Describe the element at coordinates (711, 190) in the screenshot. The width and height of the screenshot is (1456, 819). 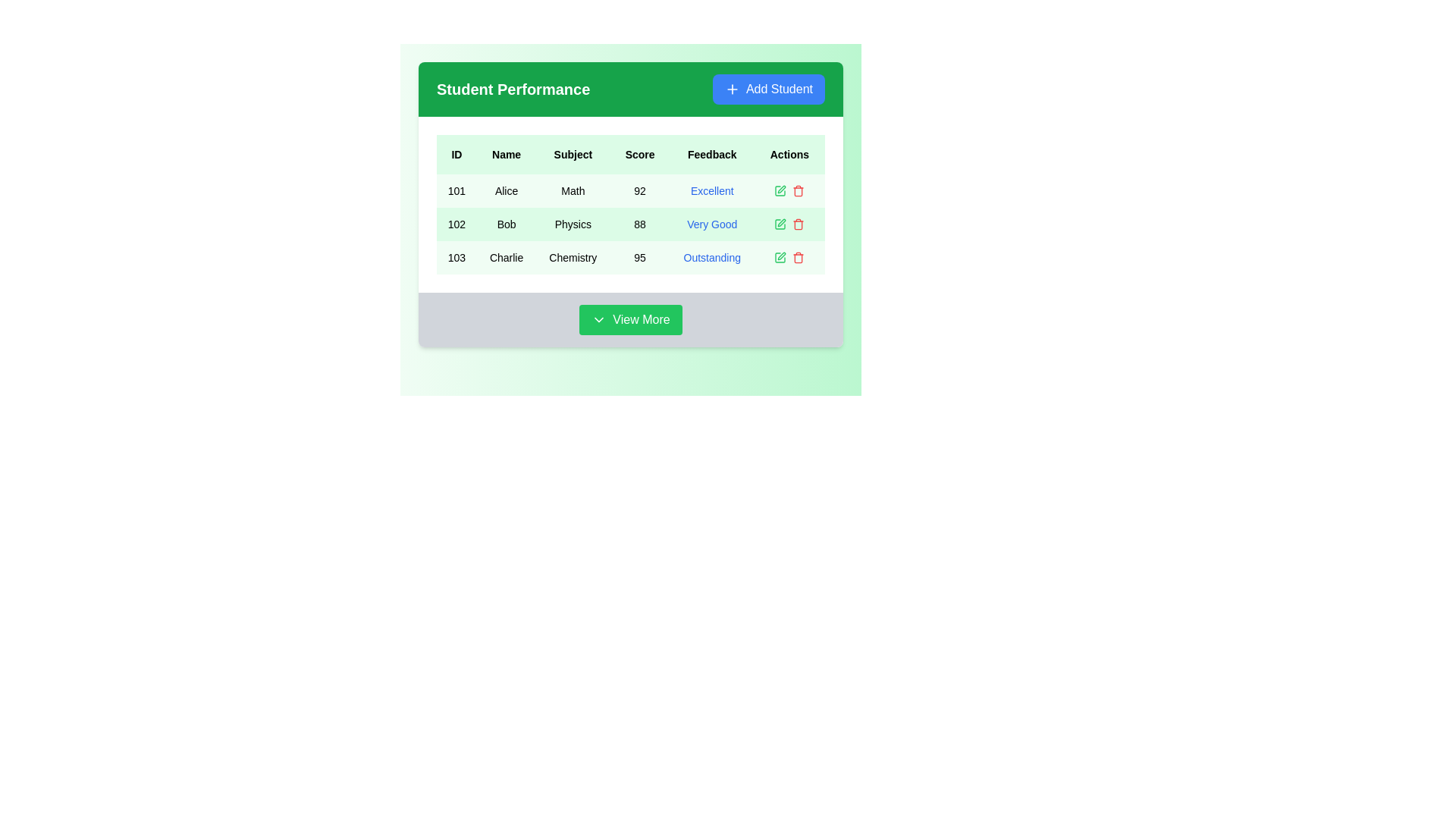
I see `the 'Excellent' text label in bold blue font located in the 'Feedback' column of the performance table for 'Alice'` at that location.